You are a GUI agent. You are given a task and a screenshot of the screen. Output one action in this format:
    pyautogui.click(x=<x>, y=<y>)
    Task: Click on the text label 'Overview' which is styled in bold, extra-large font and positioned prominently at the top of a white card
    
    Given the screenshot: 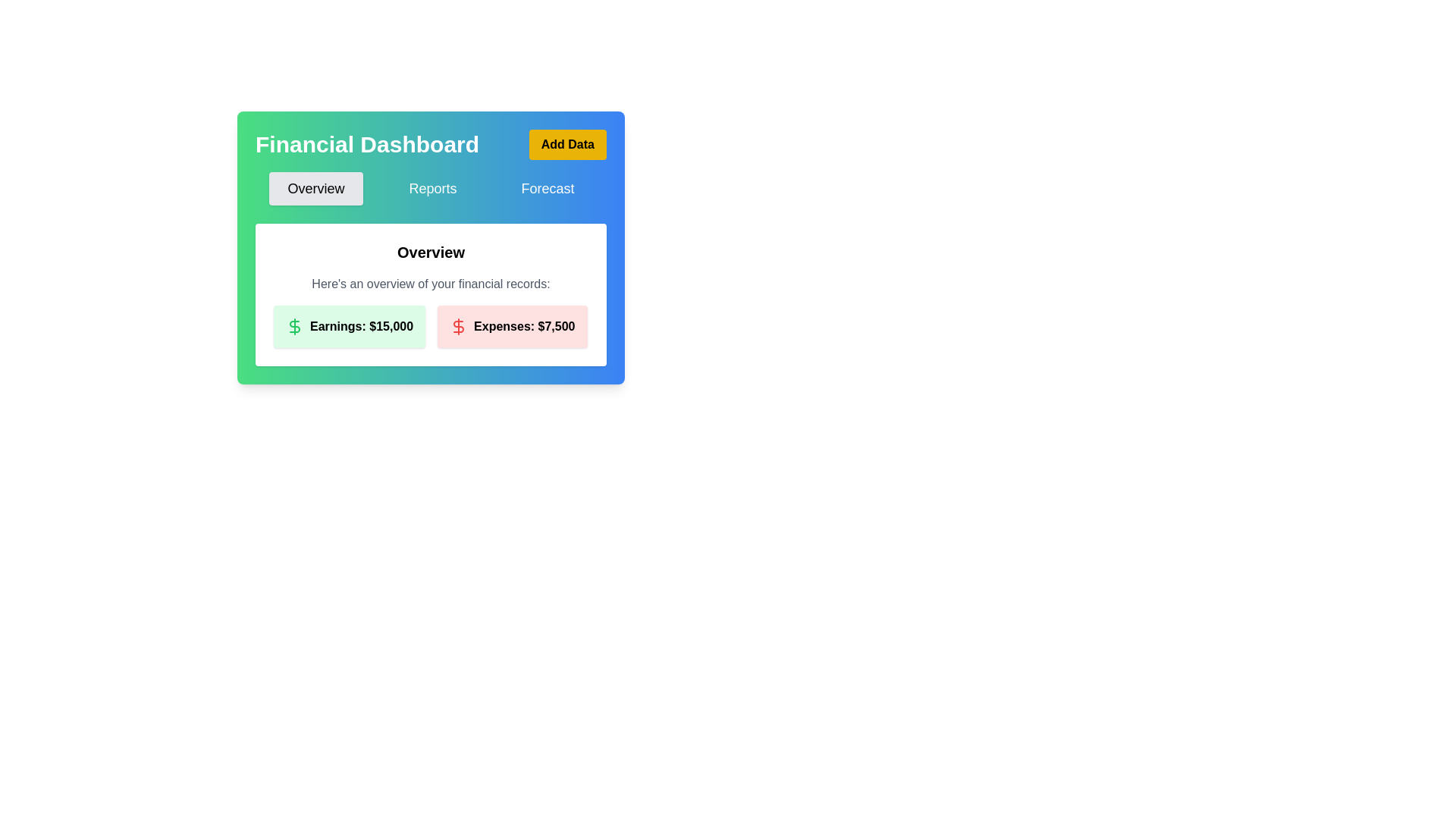 What is the action you would take?
    pyautogui.click(x=430, y=251)
    